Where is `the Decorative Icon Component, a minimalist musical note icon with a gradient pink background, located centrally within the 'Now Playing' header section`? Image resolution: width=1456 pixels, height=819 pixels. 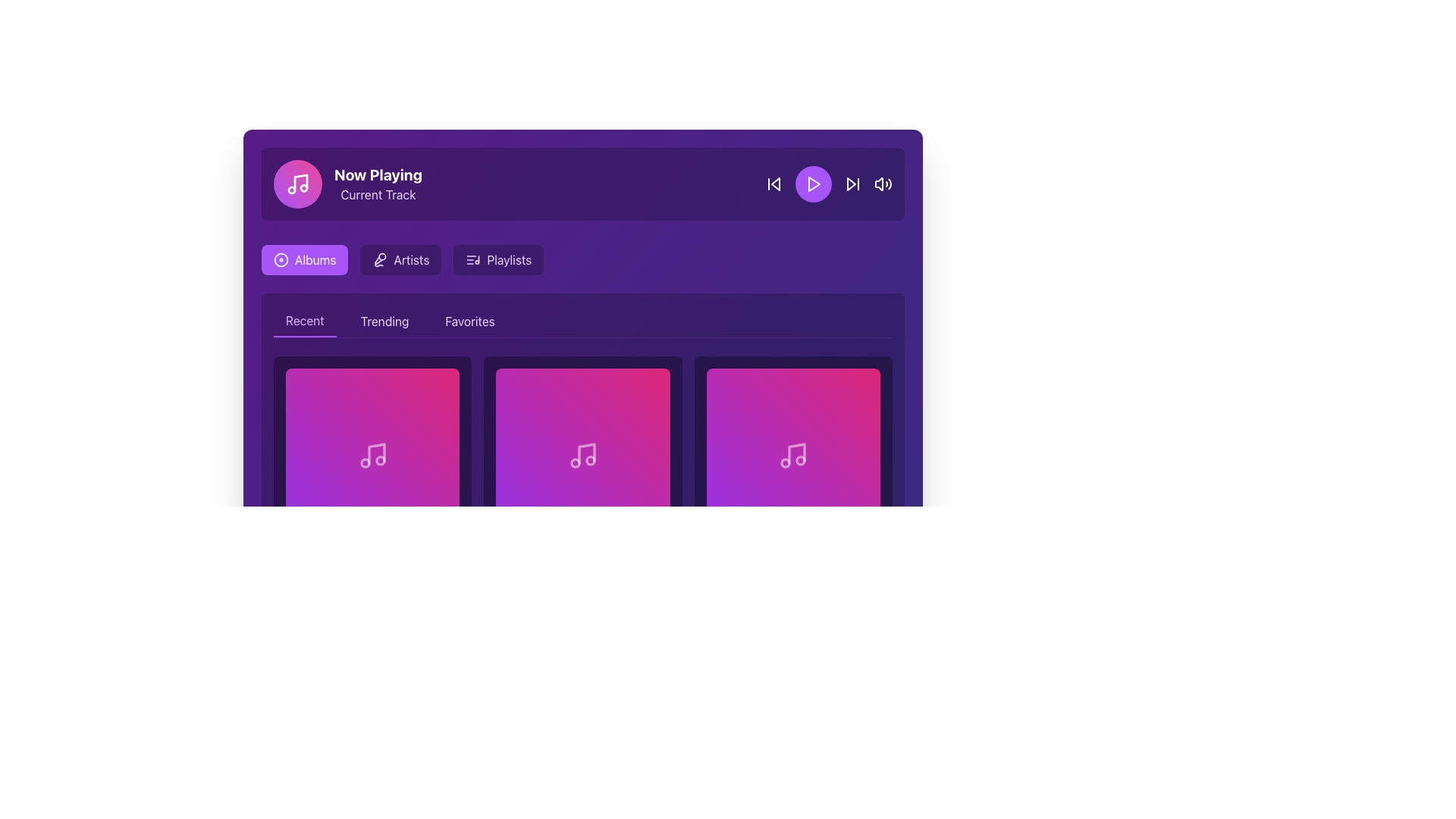 the Decorative Icon Component, a minimalist musical note icon with a gradient pink background, located centrally within the 'Now Playing' header section is located at coordinates (301, 181).